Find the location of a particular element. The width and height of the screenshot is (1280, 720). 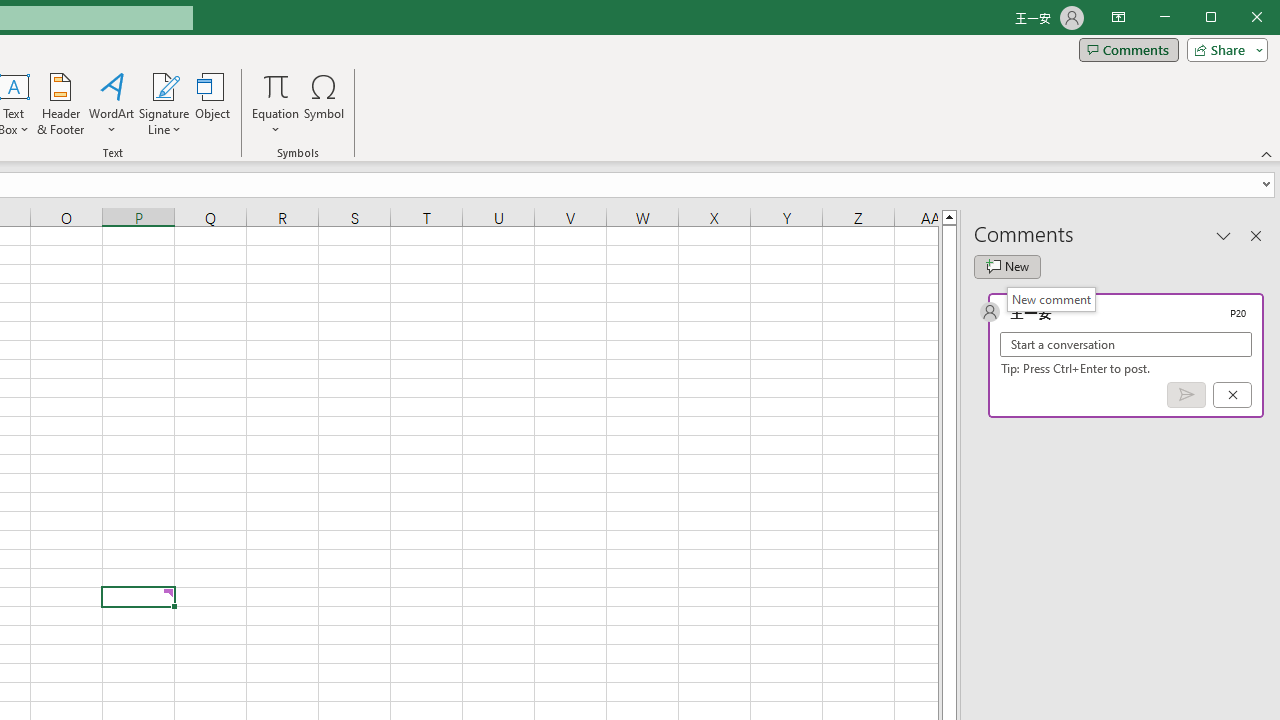

'Object...' is located at coordinates (213, 104).